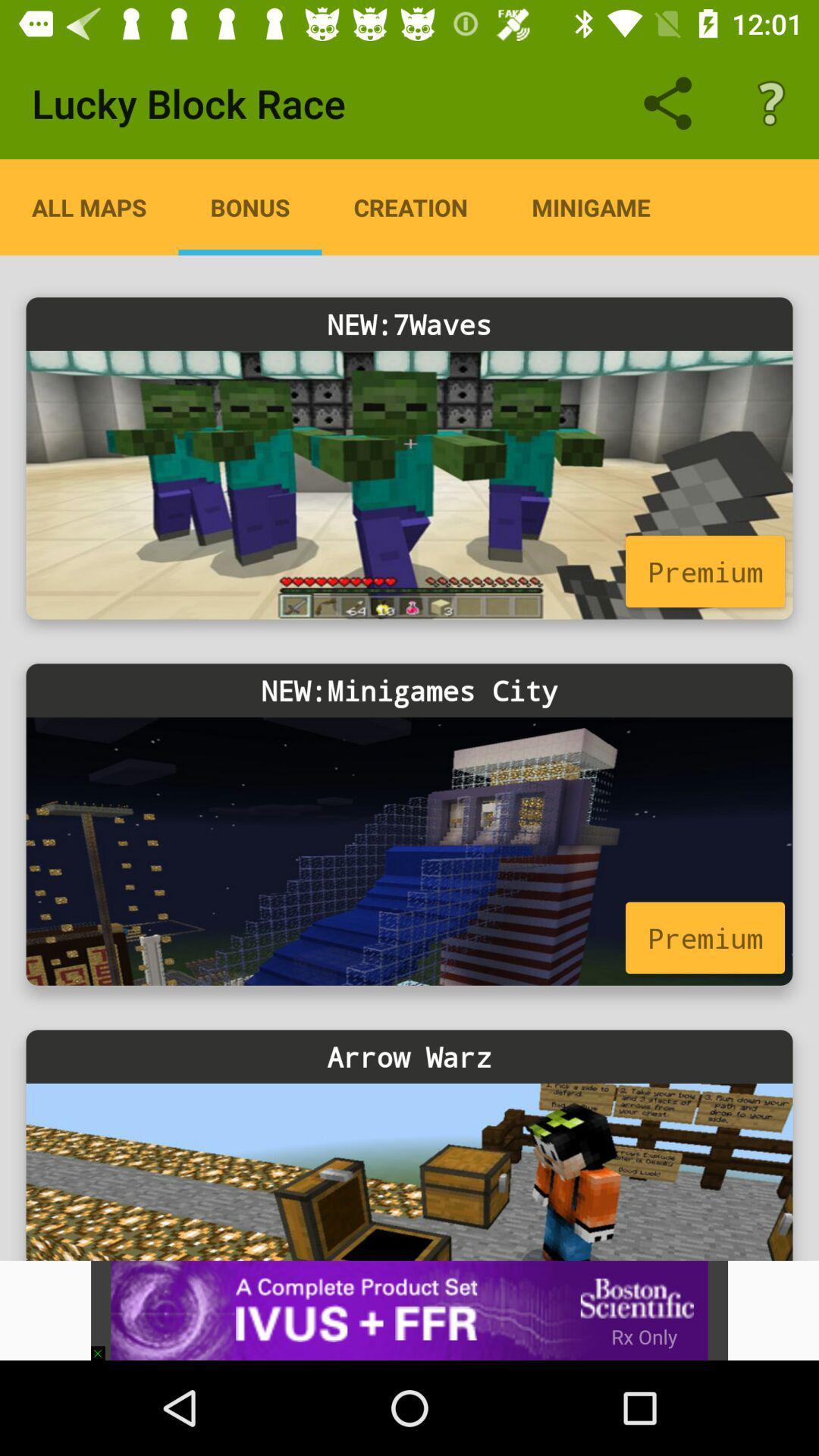 The image size is (819, 1456). I want to click on enlarge advertisement, so click(409, 1310).